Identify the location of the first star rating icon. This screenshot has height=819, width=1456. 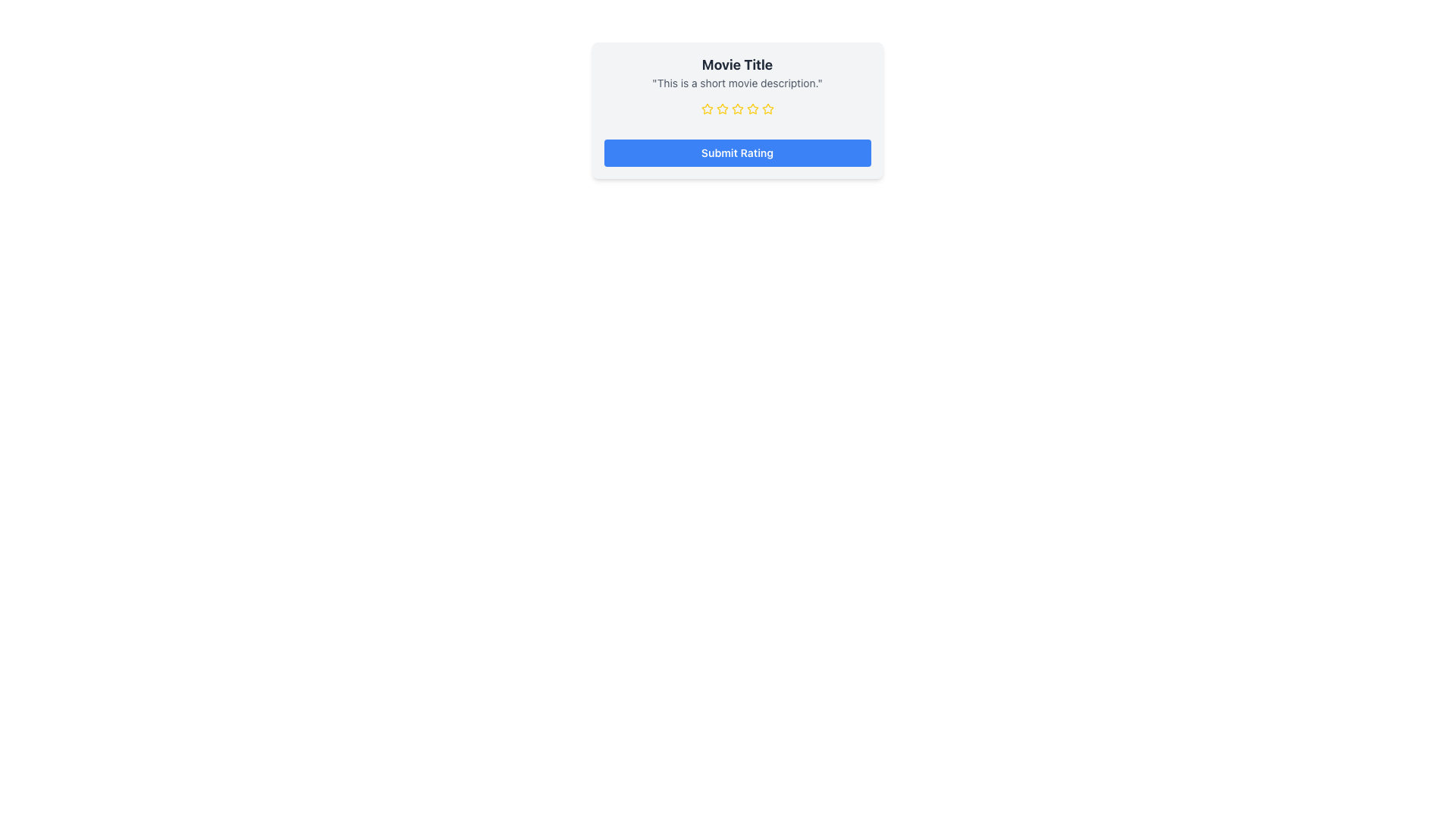
(706, 108).